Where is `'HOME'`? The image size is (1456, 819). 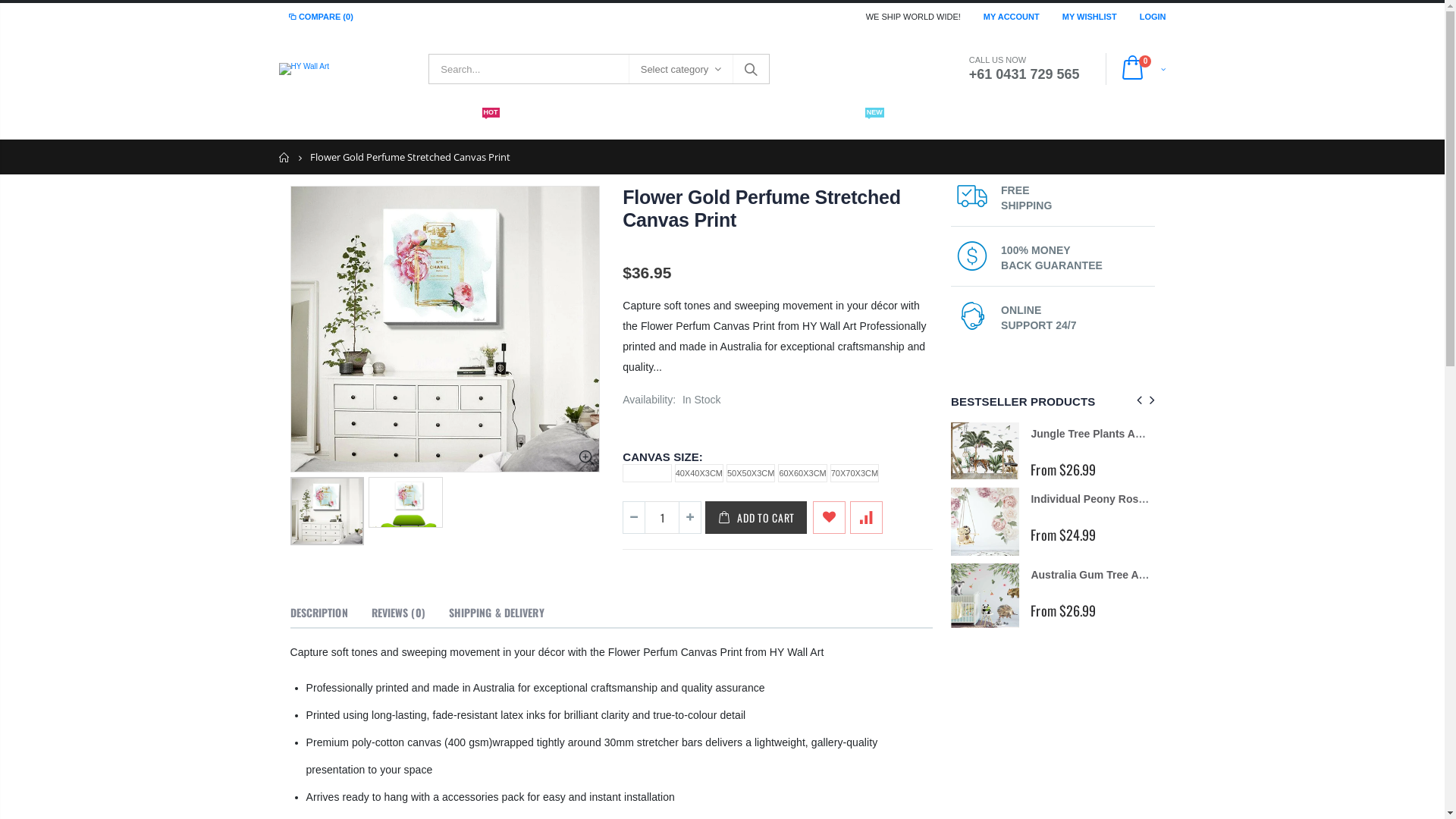 'HOME' is located at coordinates (307, 122).